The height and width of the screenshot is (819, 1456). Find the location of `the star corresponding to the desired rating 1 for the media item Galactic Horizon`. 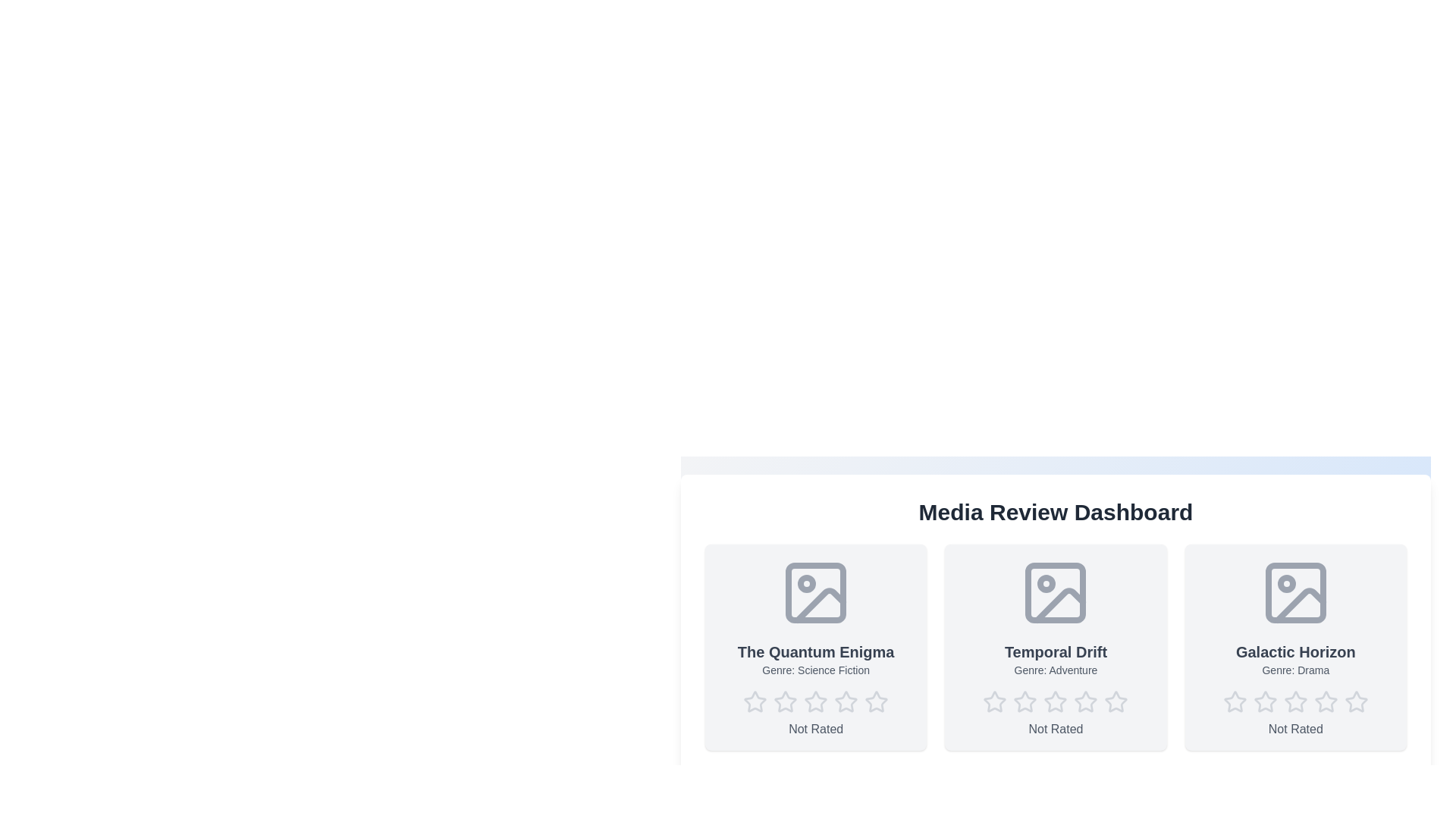

the star corresponding to the desired rating 1 for the media item Galactic Horizon is located at coordinates (1235, 701).